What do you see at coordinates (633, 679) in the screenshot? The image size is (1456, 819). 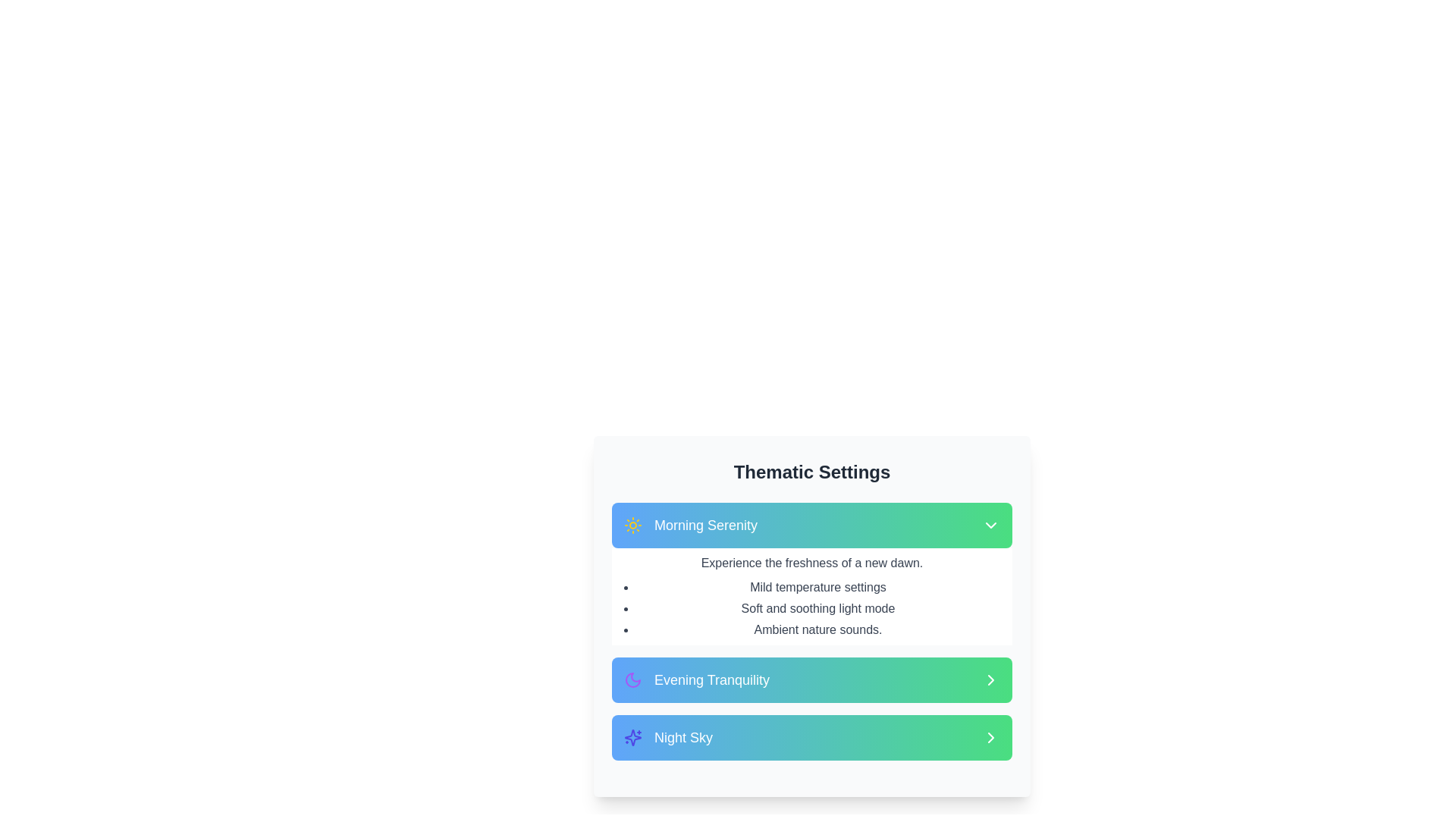 I see `the purple crescent moon SVG icon located in the 'Evening Tranquility' section, which is positioned on the left side ahead of the text content` at bounding box center [633, 679].